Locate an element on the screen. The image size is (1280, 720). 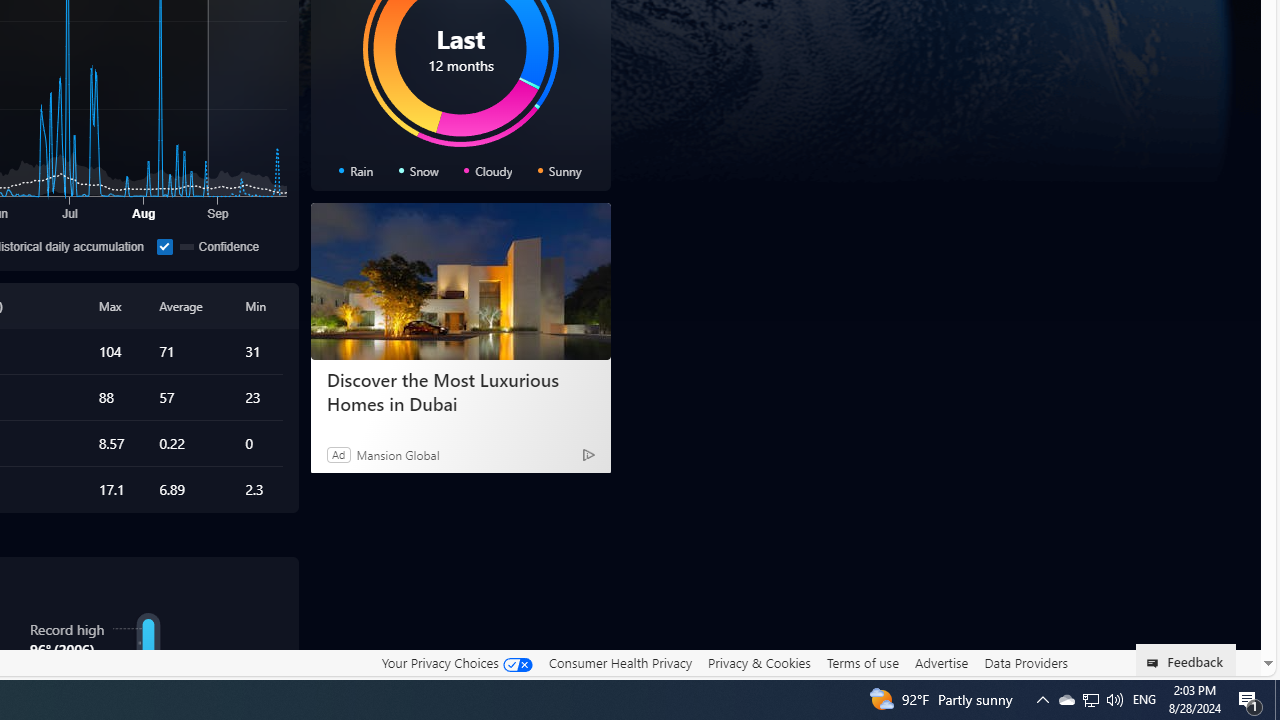
'Consumer Health Privacy' is located at coordinates (619, 663).